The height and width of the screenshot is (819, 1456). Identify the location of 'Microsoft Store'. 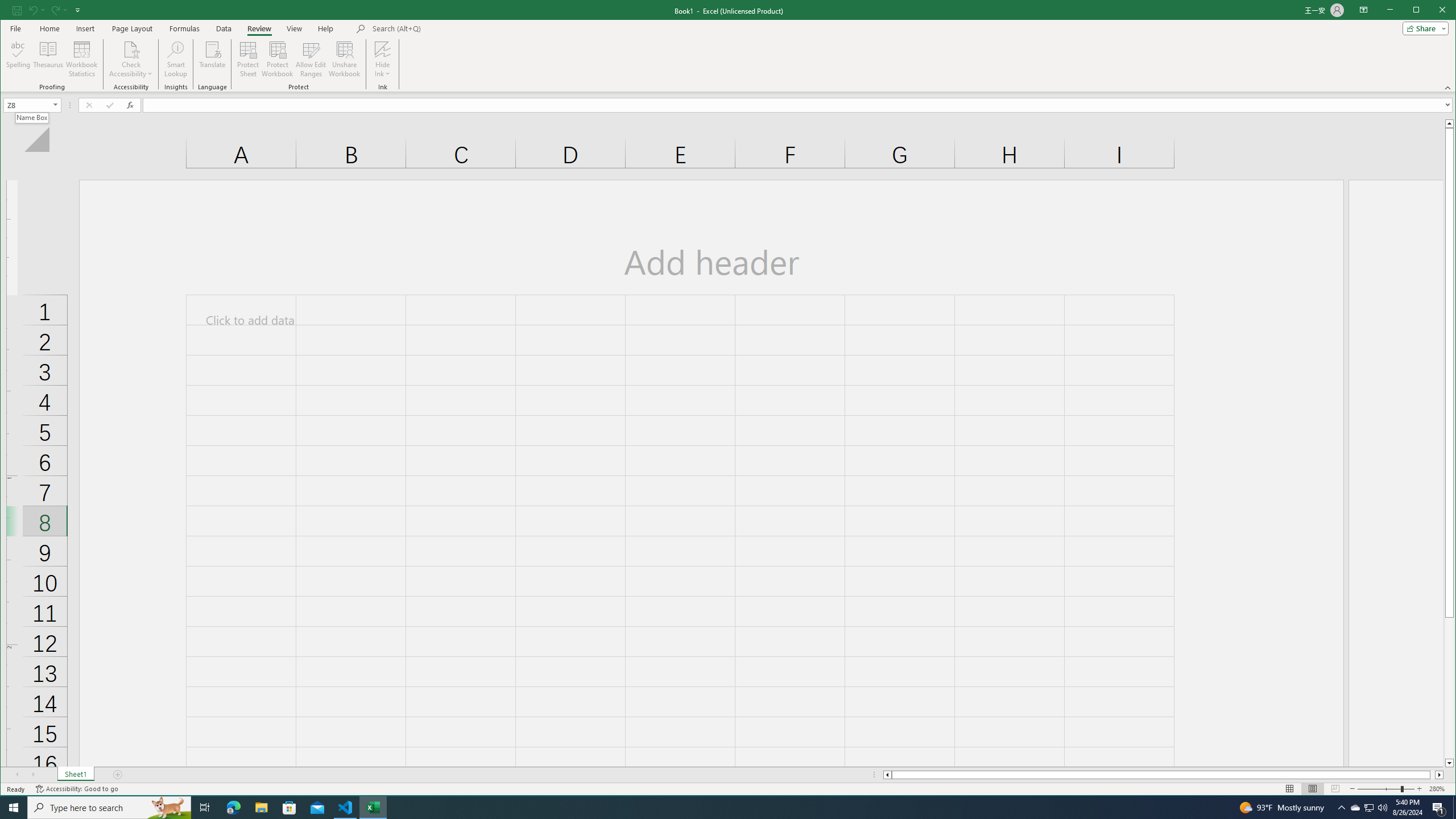
(289, 806).